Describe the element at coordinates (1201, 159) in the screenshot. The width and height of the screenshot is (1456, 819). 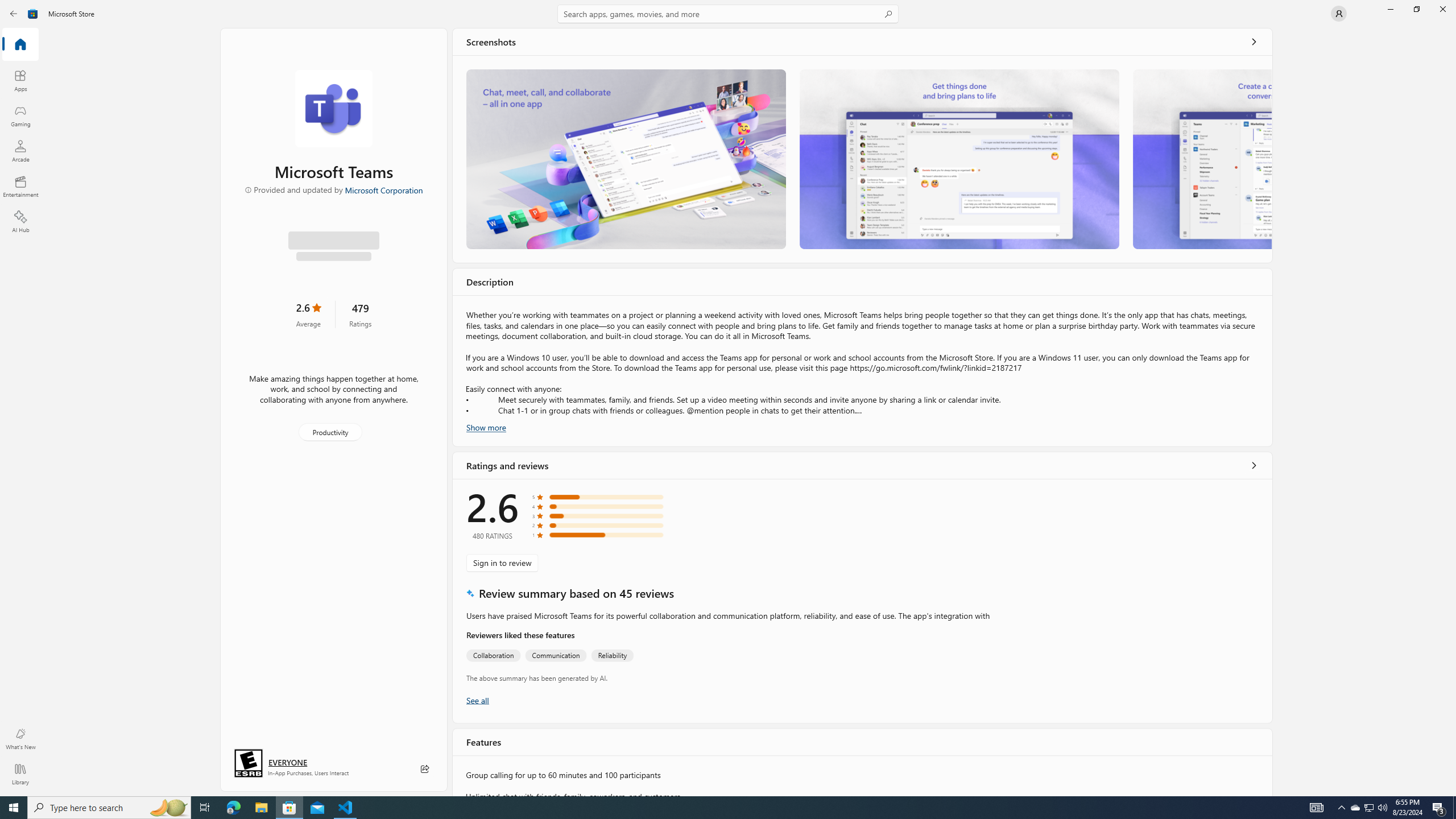
I see `'Screenshot 3'` at that location.